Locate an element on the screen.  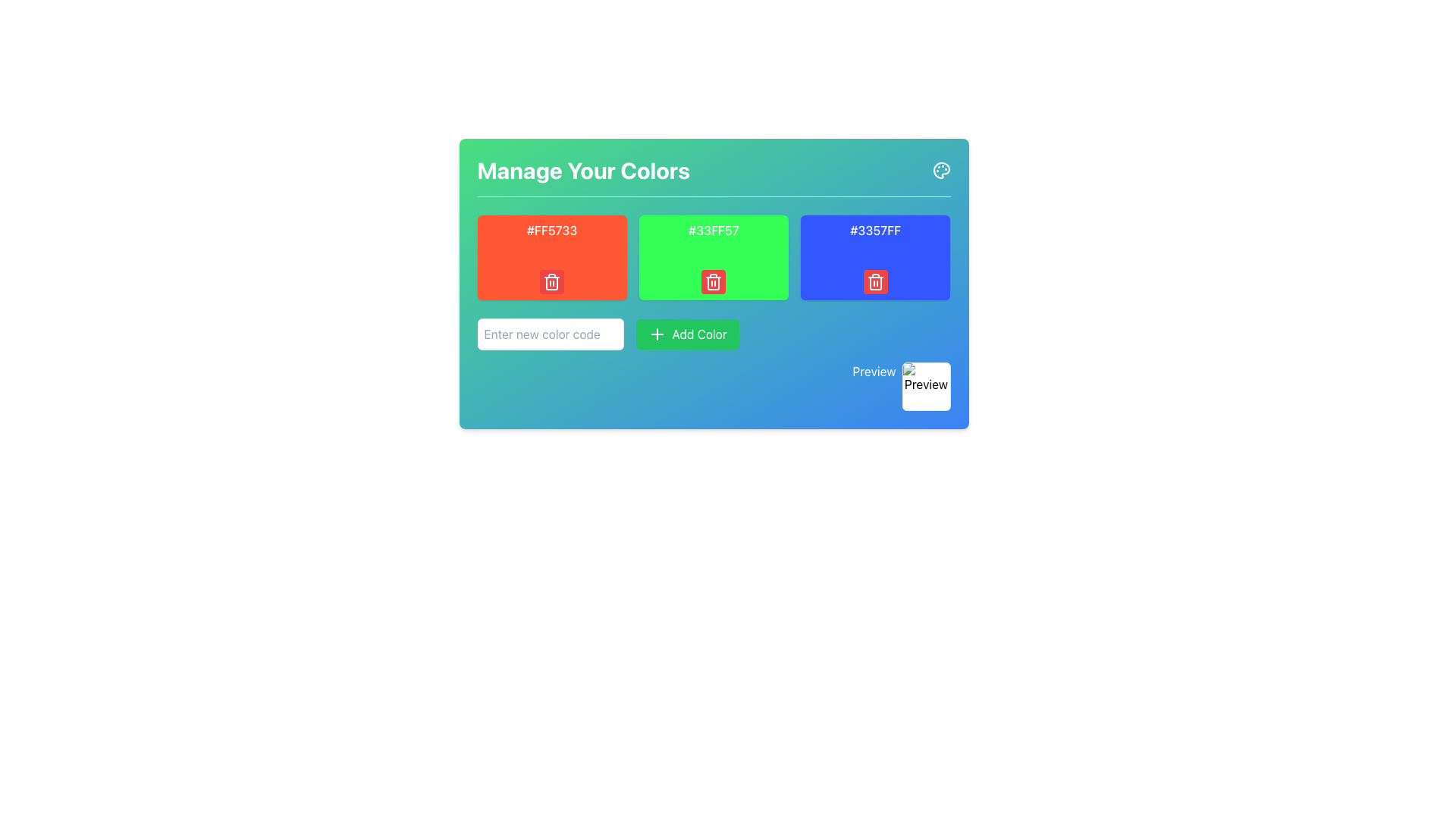
the green '+' icon inside the 'Add Color' button is located at coordinates (657, 333).